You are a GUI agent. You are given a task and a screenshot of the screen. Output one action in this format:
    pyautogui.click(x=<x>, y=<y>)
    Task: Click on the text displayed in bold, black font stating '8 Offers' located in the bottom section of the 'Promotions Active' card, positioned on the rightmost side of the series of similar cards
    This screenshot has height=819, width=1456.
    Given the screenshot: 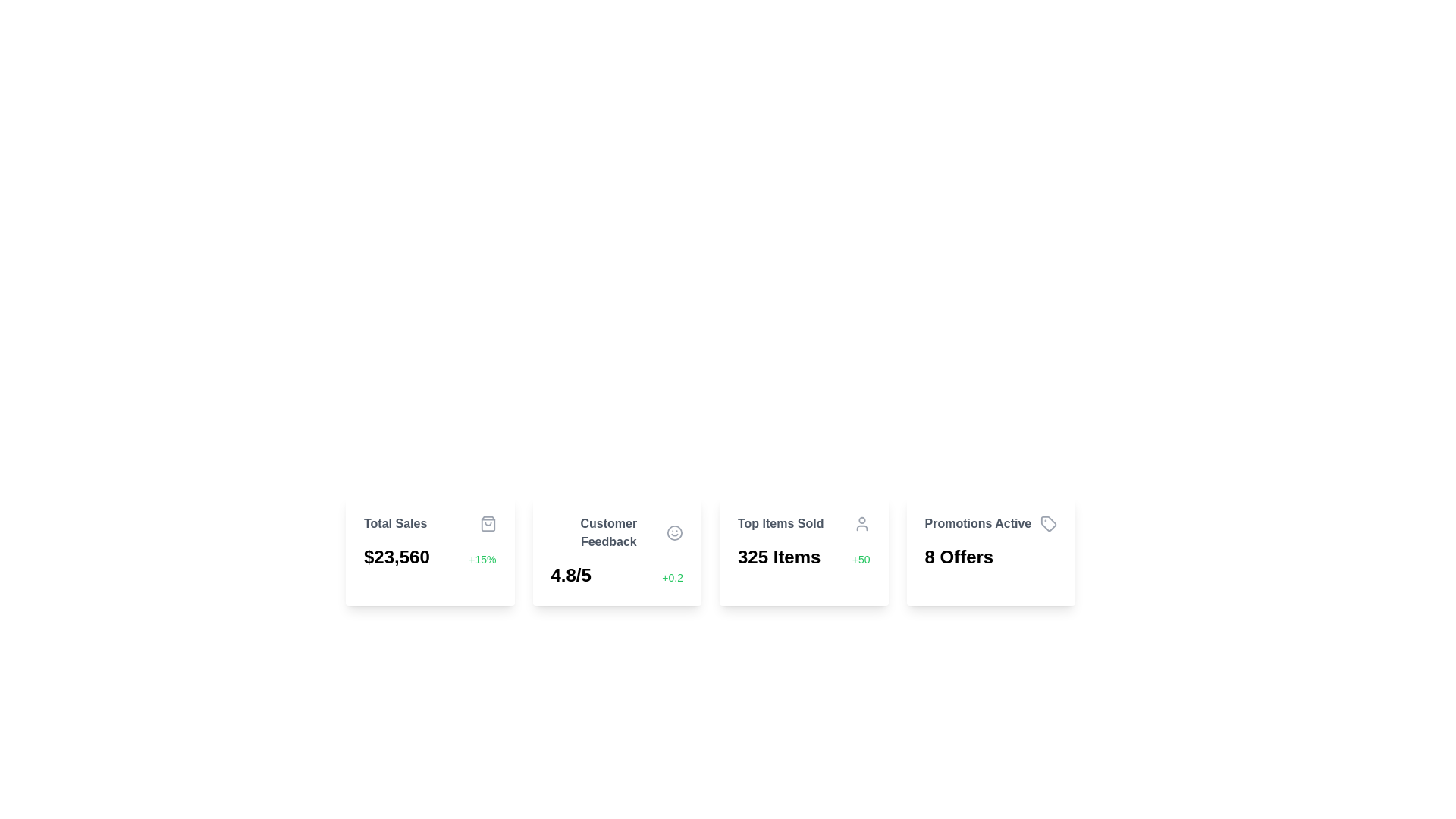 What is the action you would take?
    pyautogui.click(x=990, y=557)
    